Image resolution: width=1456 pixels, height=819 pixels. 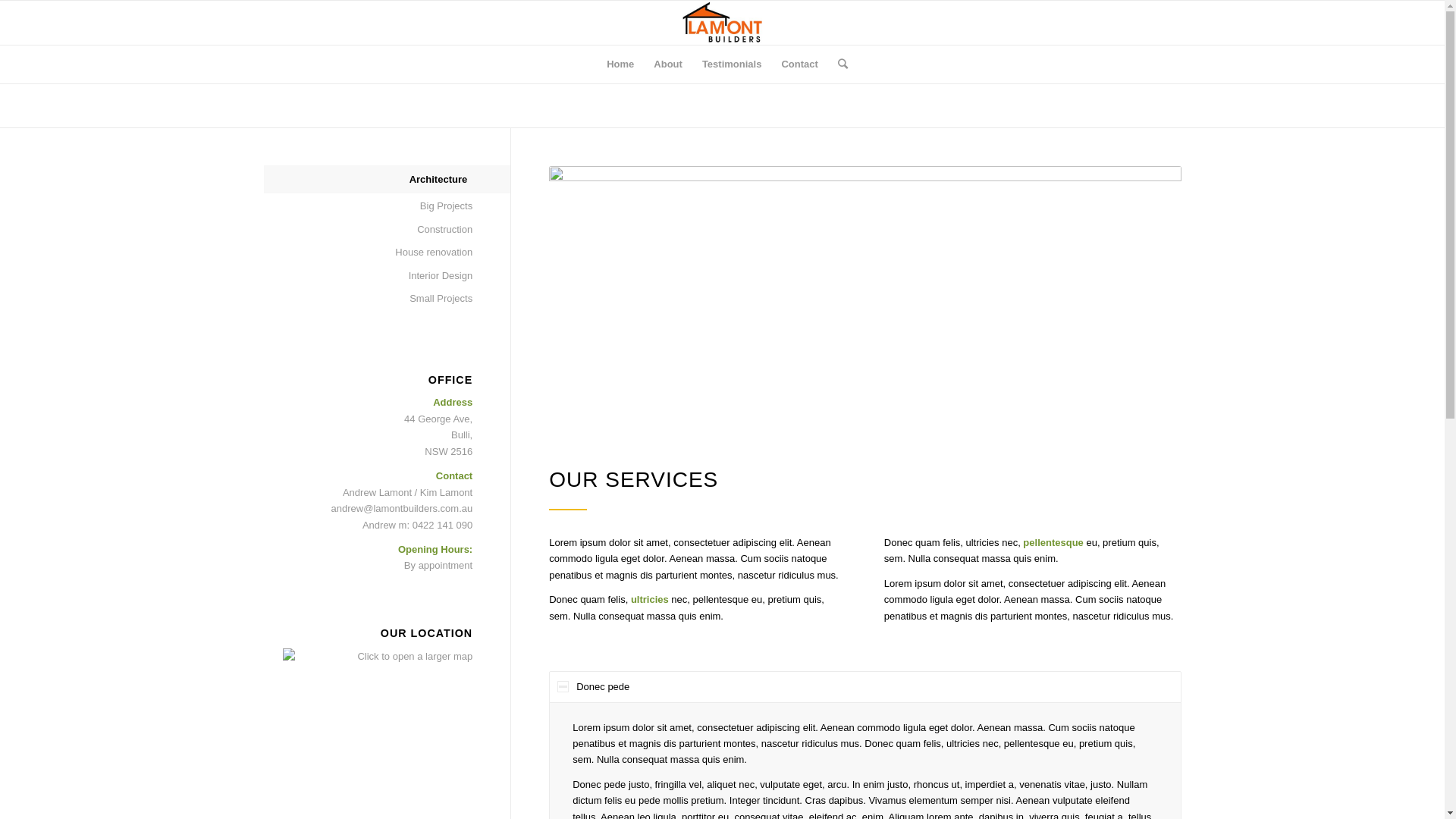 What do you see at coordinates (732, 63) in the screenshot?
I see `'Testimonials'` at bounding box center [732, 63].